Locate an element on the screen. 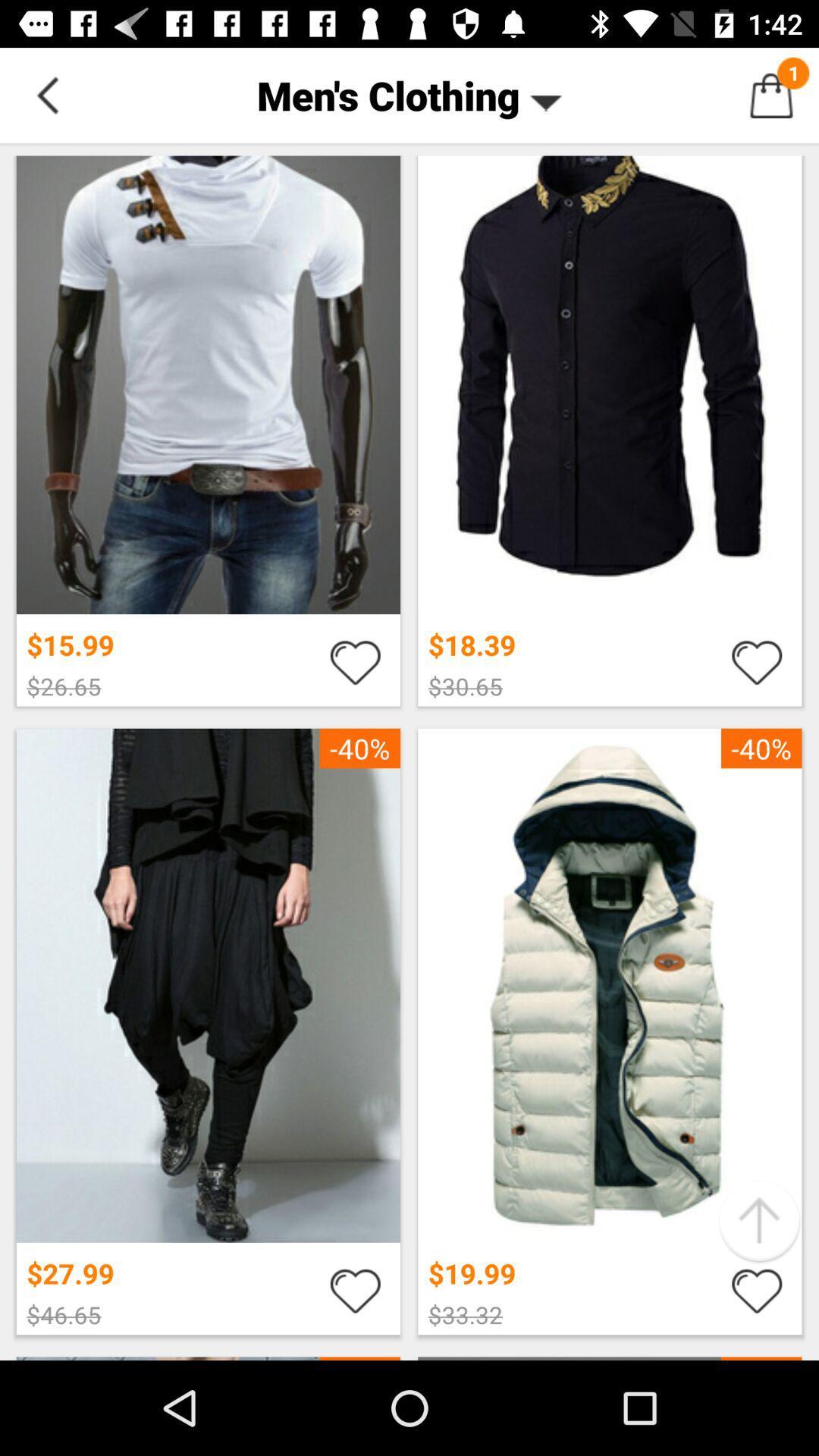 The width and height of the screenshot is (819, 1456). the arrow_upward icon is located at coordinates (759, 1221).